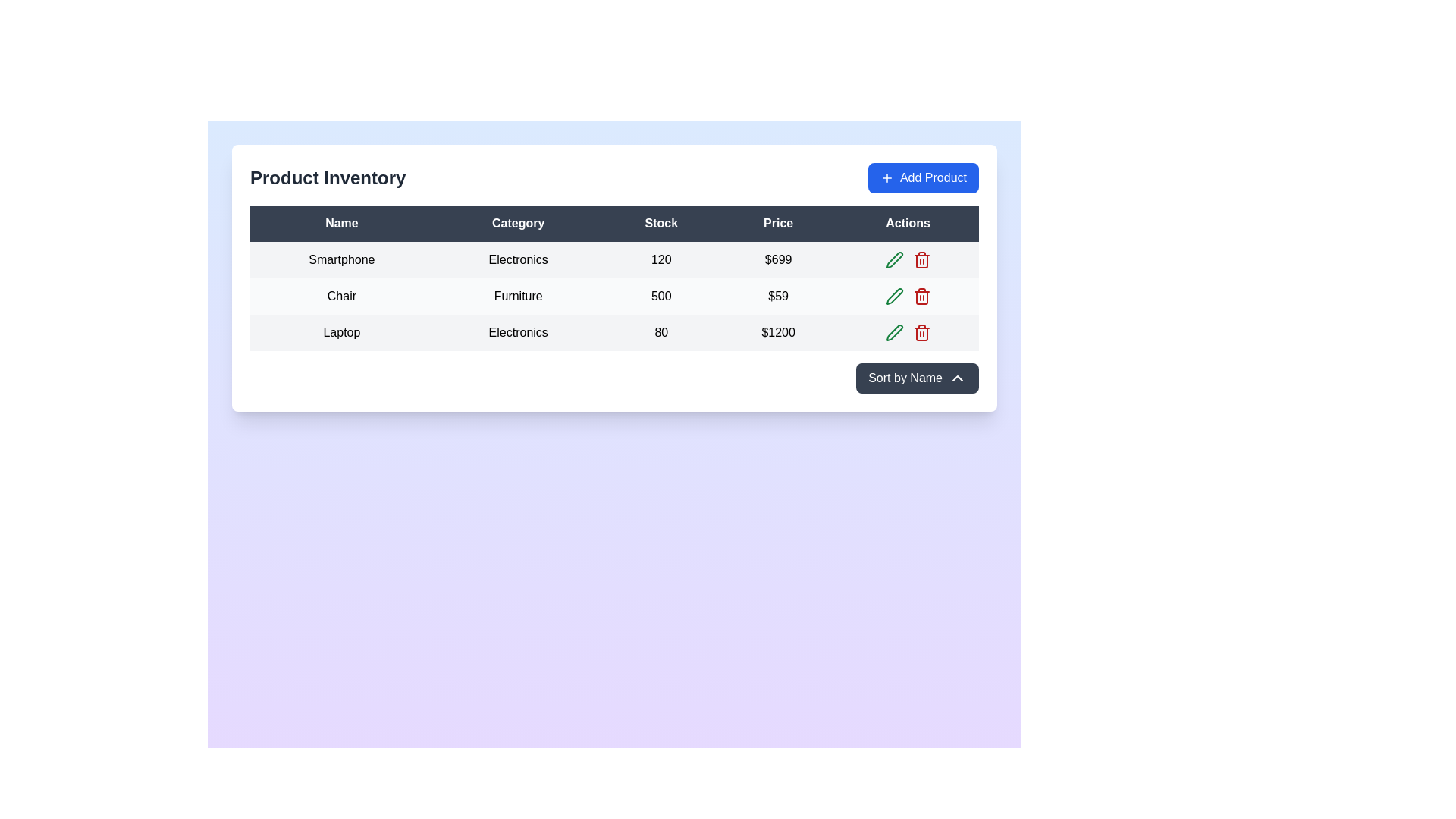  What do you see at coordinates (778, 332) in the screenshot?
I see `the price display of the 'Laptop' product located in the fourth column of the third row in the data table` at bounding box center [778, 332].